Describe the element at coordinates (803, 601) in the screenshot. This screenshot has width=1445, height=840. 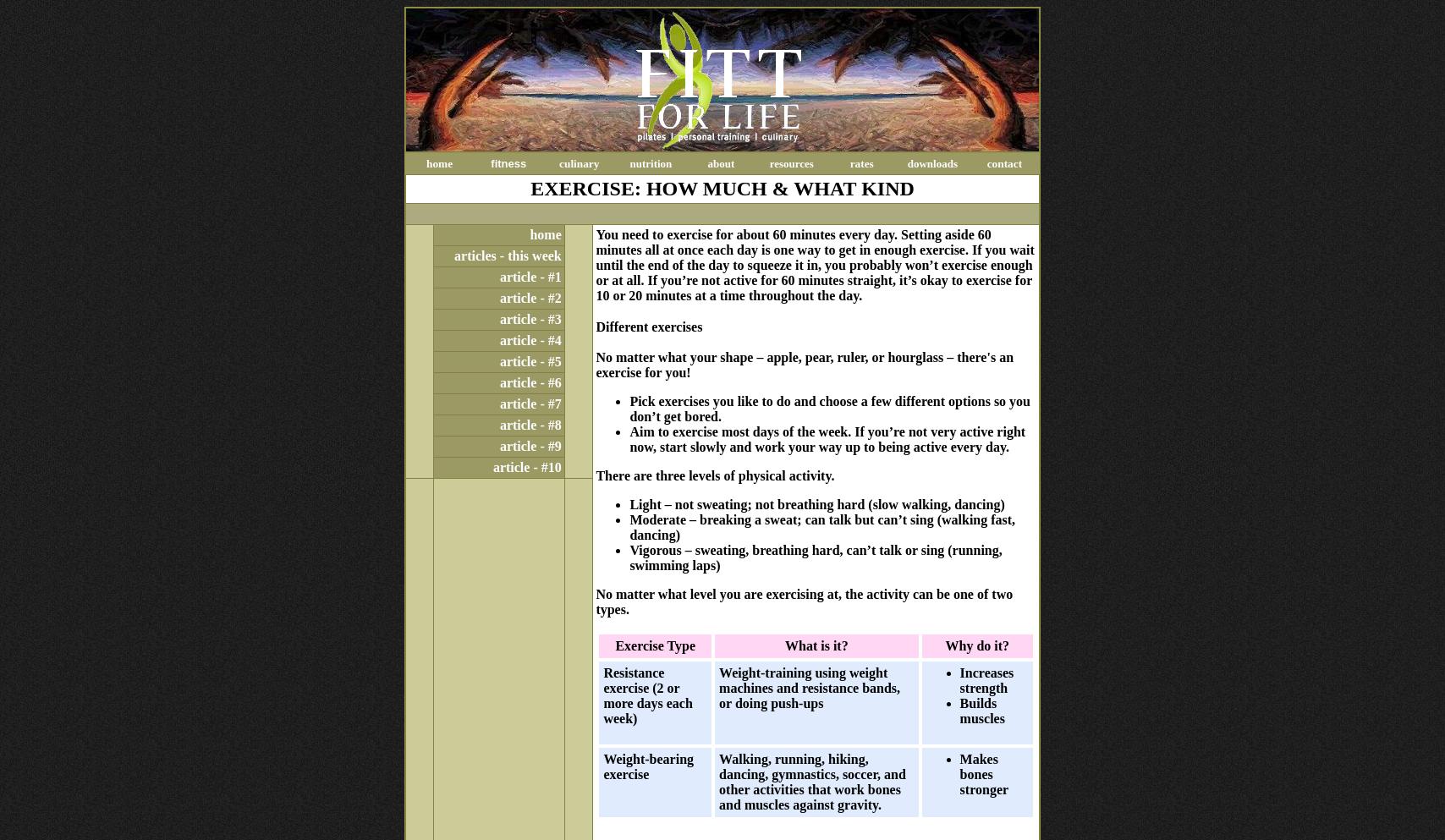
I see `'No matter what level you are exercising at, the 
activity can be one of two types.'` at that location.